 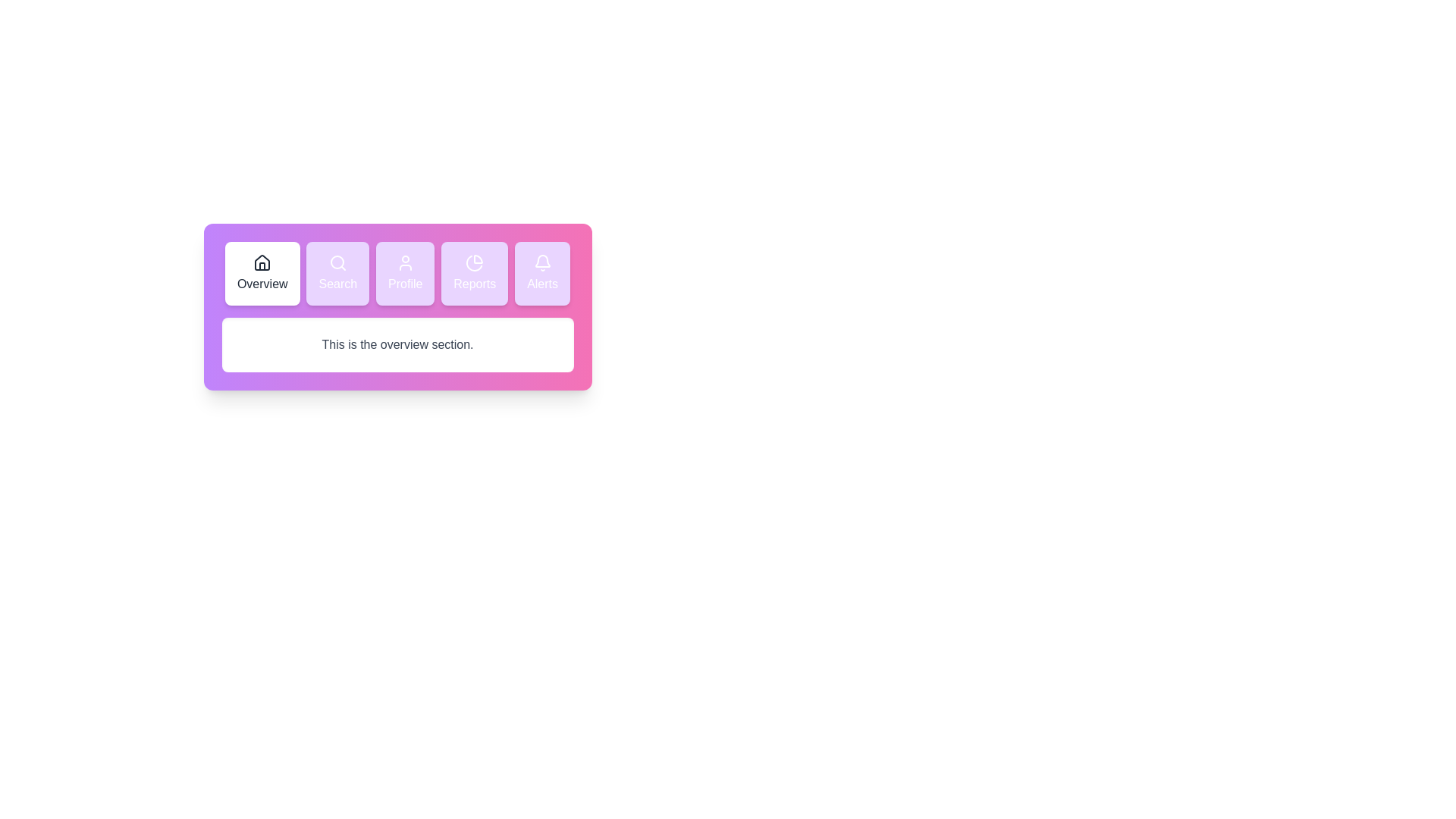 What do you see at coordinates (262, 284) in the screenshot?
I see `displayed text of the 'Overview' label, which identifies the corresponding section in the navigation row of the interface` at bounding box center [262, 284].